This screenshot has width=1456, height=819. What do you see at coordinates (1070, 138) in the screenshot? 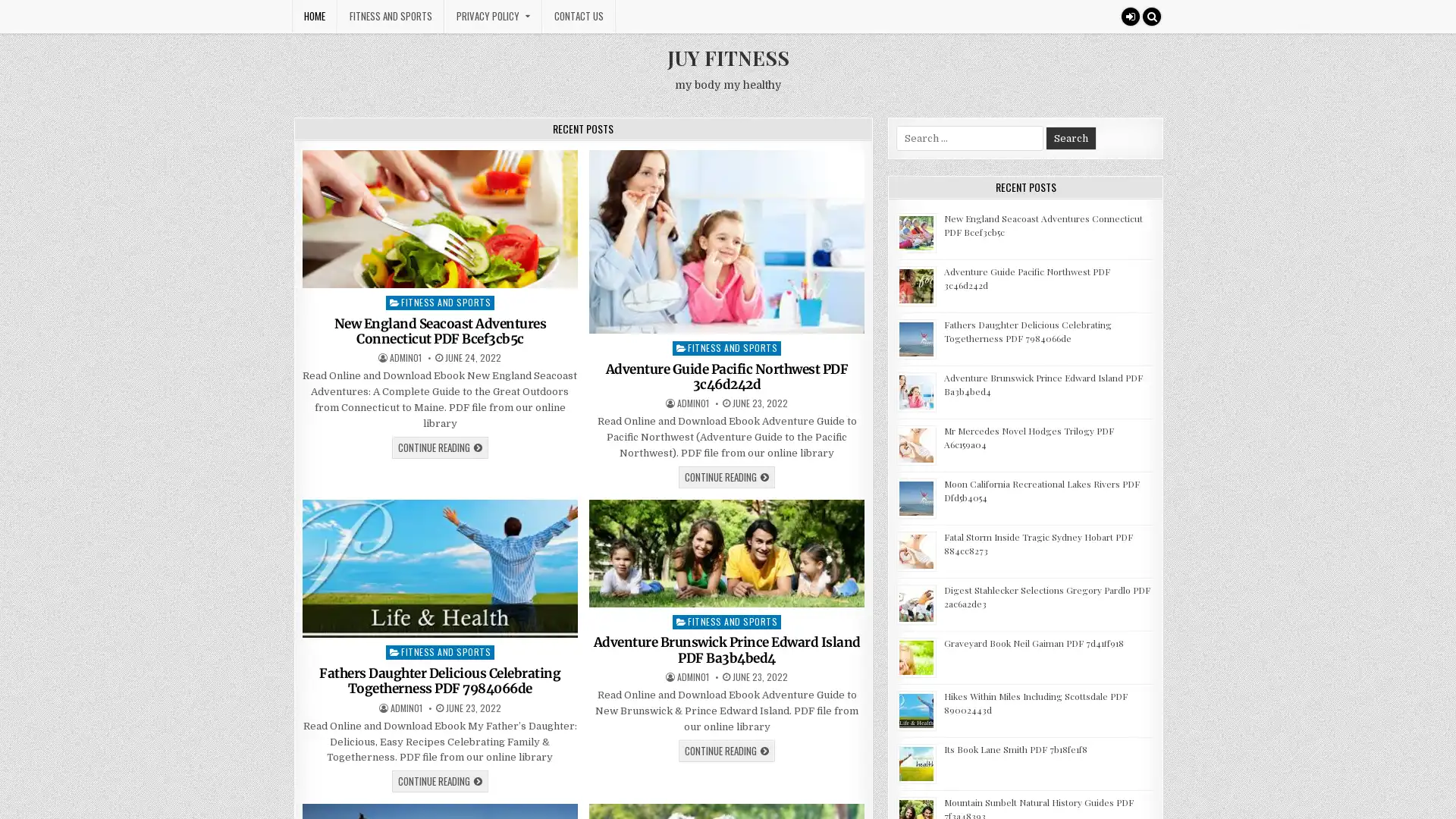
I see `Search` at bounding box center [1070, 138].